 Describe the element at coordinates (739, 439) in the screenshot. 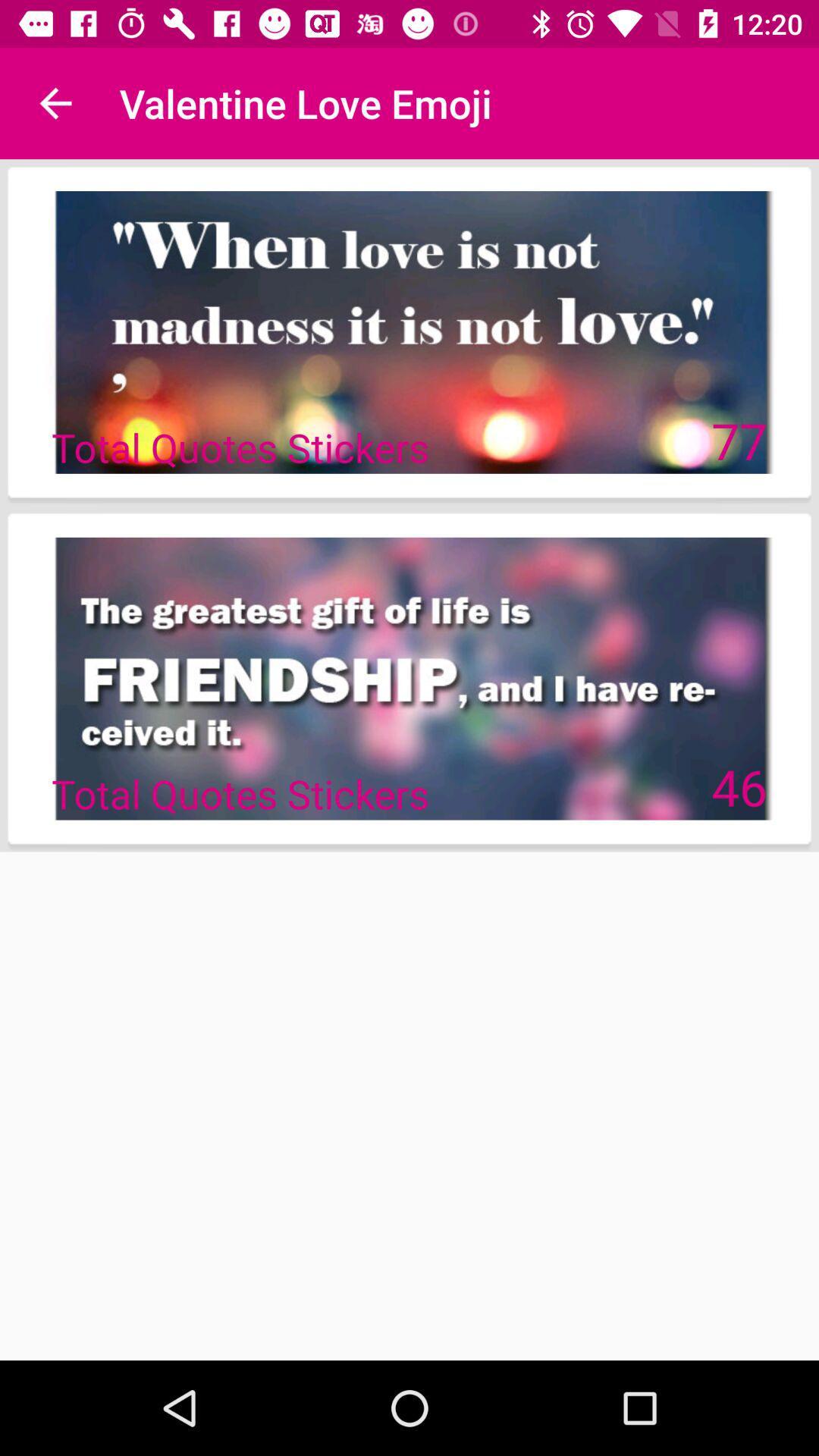

I see `item next to total quotes stickers item` at that location.